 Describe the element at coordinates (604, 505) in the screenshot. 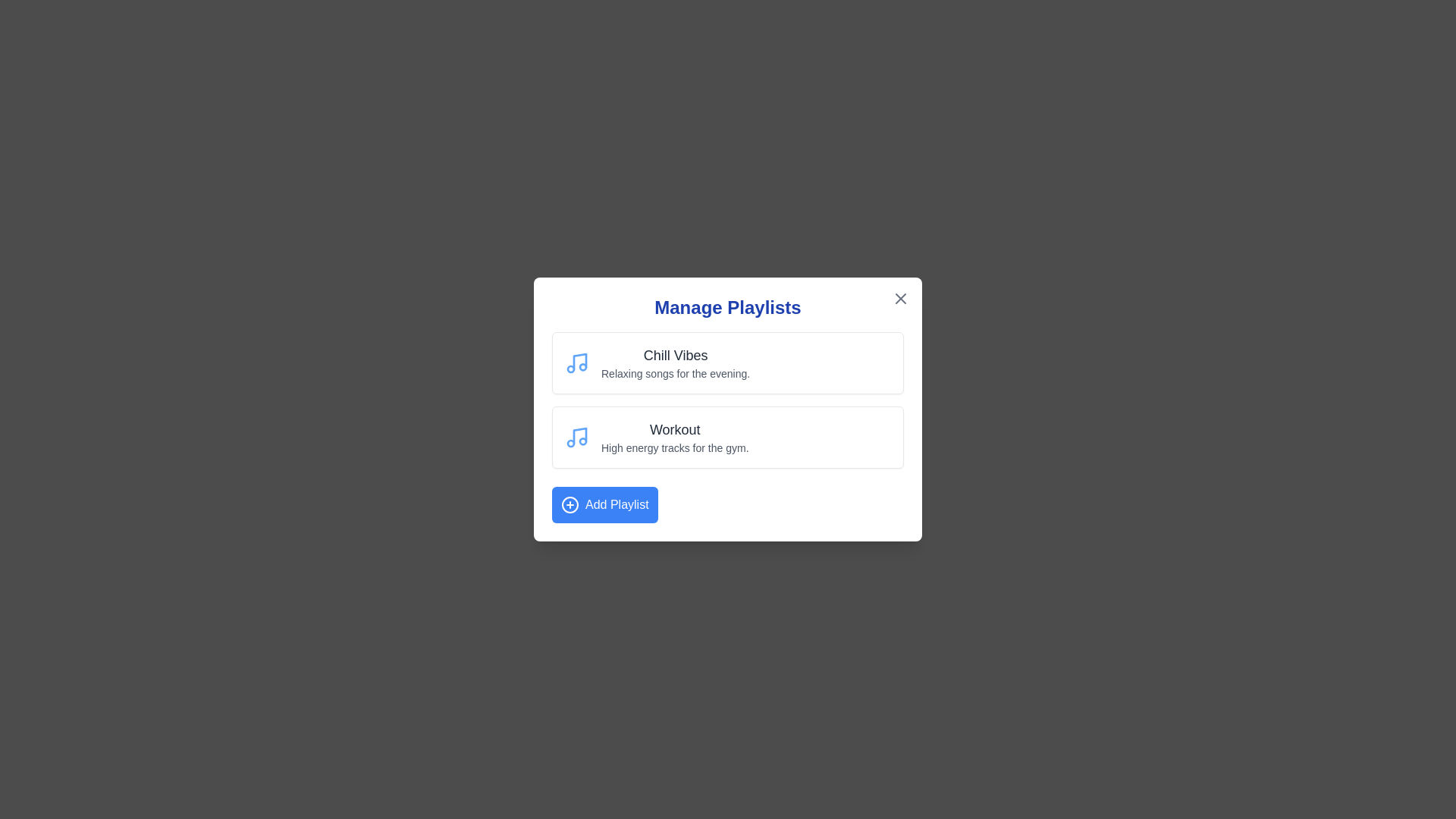

I see `the 'Add Playlist' button, which is a rectangular button with rounded corners, blue background, and white text located at the bottom of the 'Manage Playlists' panel` at that location.